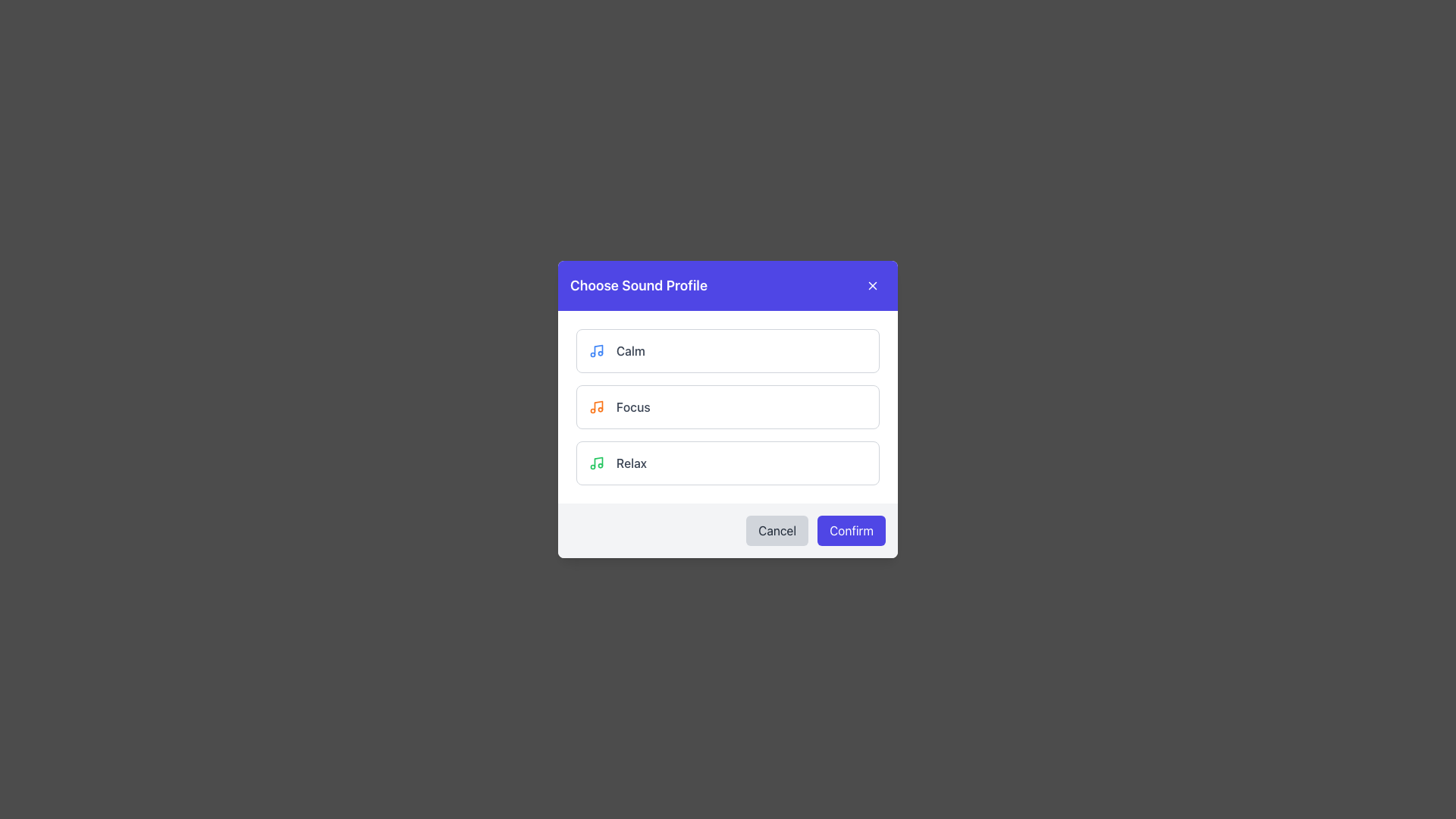 The height and width of the screenshot is (819, 1456). I want to click on the close button with a white 'X' symbol in the top-right corner of the 'Choose Sound Profile' modal, so click(873, 286).